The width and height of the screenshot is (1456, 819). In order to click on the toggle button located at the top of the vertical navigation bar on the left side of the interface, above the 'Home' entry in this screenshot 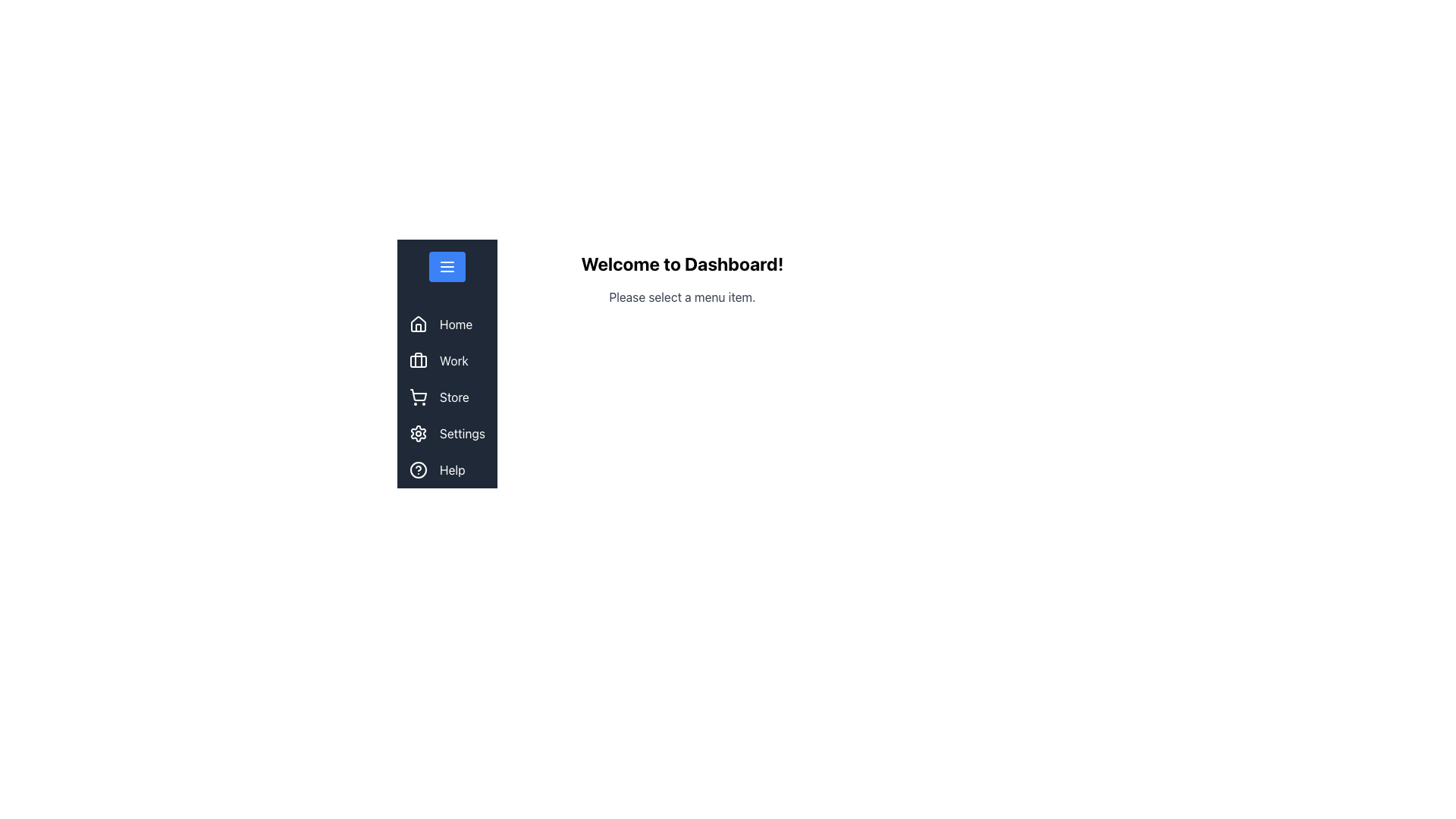, I will do `click(447, 265)`.